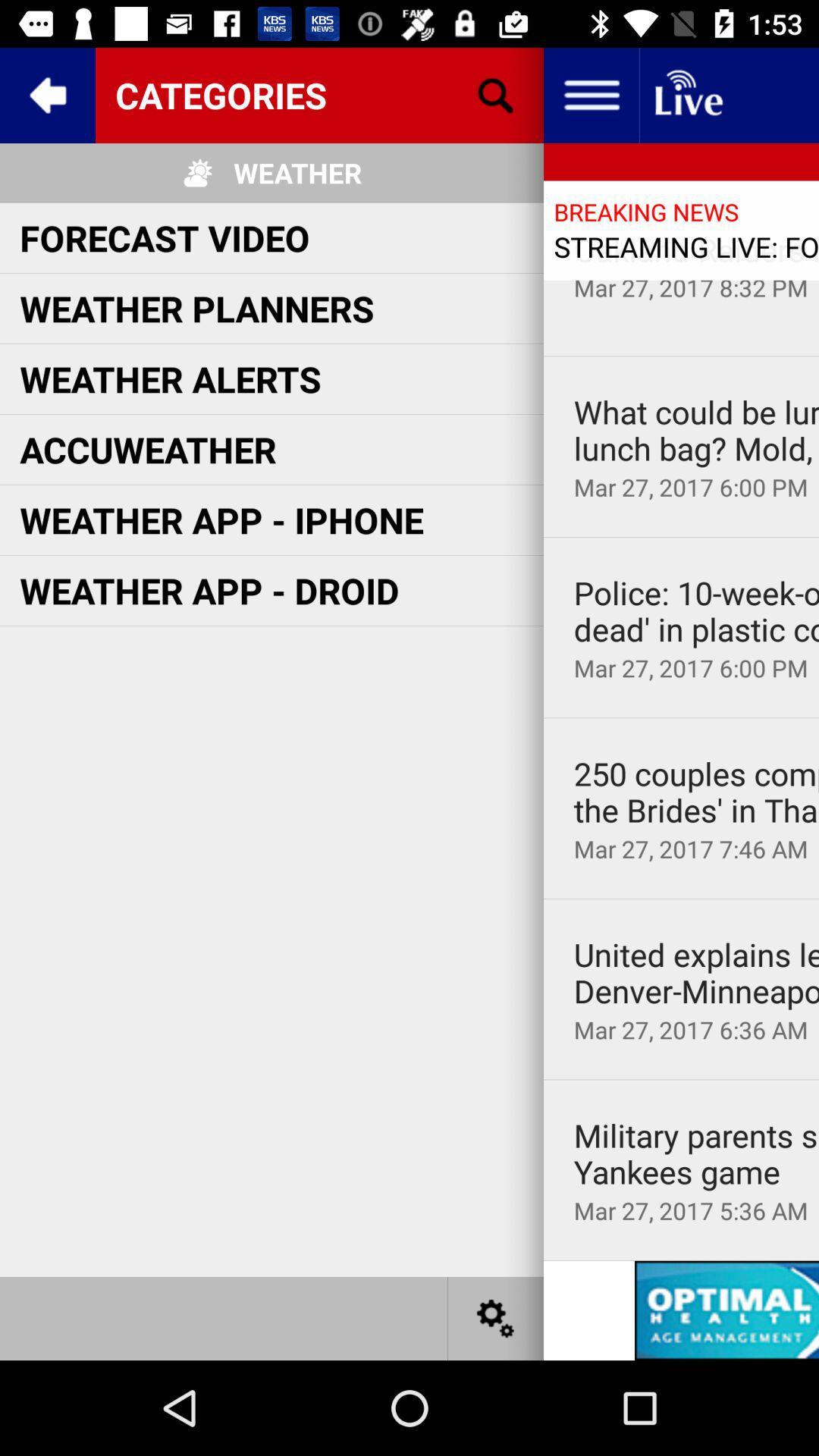 This screenshot has height=1456, width=819. What do you see at coordinates (696, 249) in the screenshot?
I see `the icon below the breaking news item` at bounding box center [696, 249].